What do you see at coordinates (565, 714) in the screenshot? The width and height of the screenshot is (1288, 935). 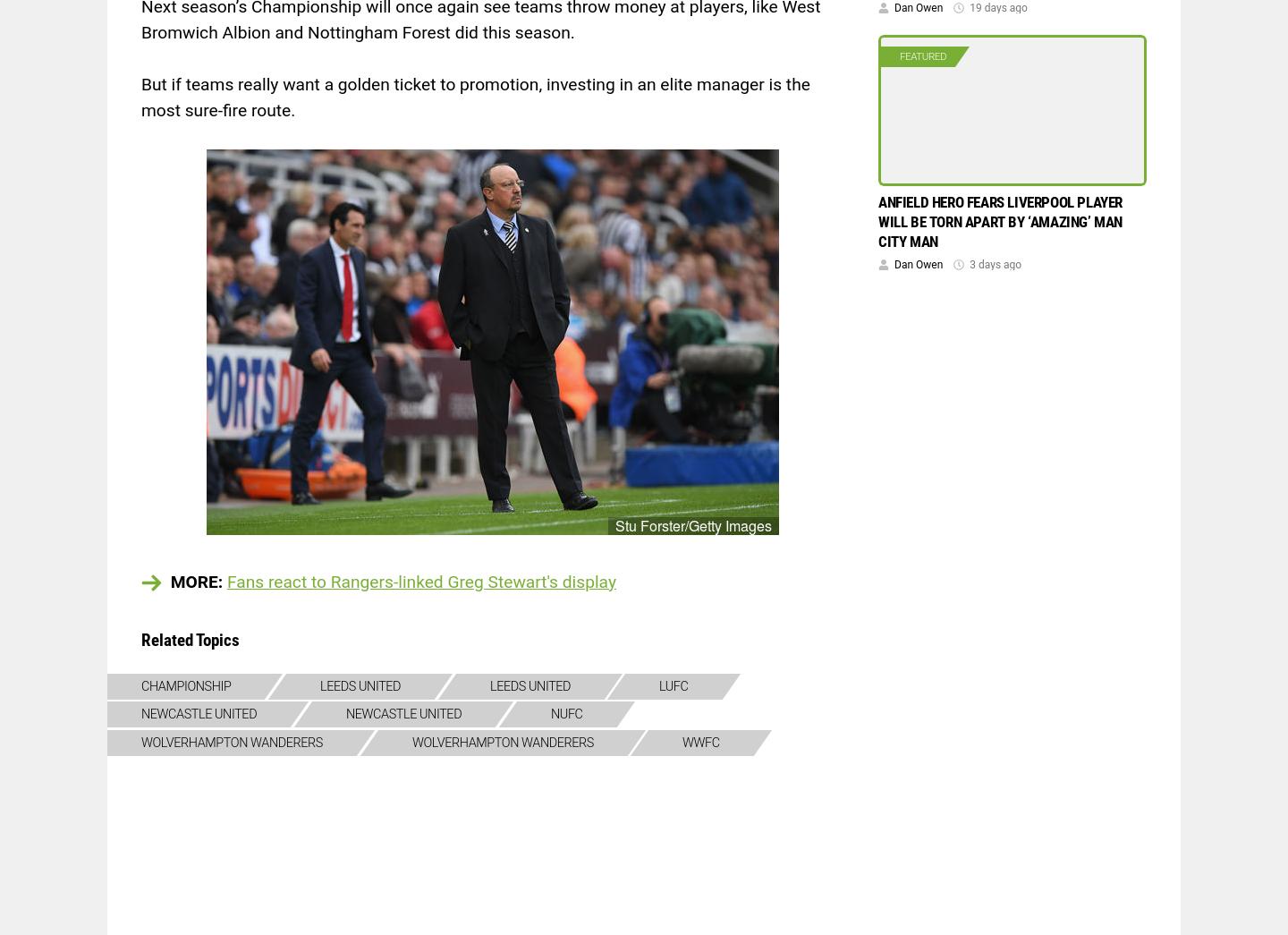 I see `'nufc'` at bounding box center [565, 714].